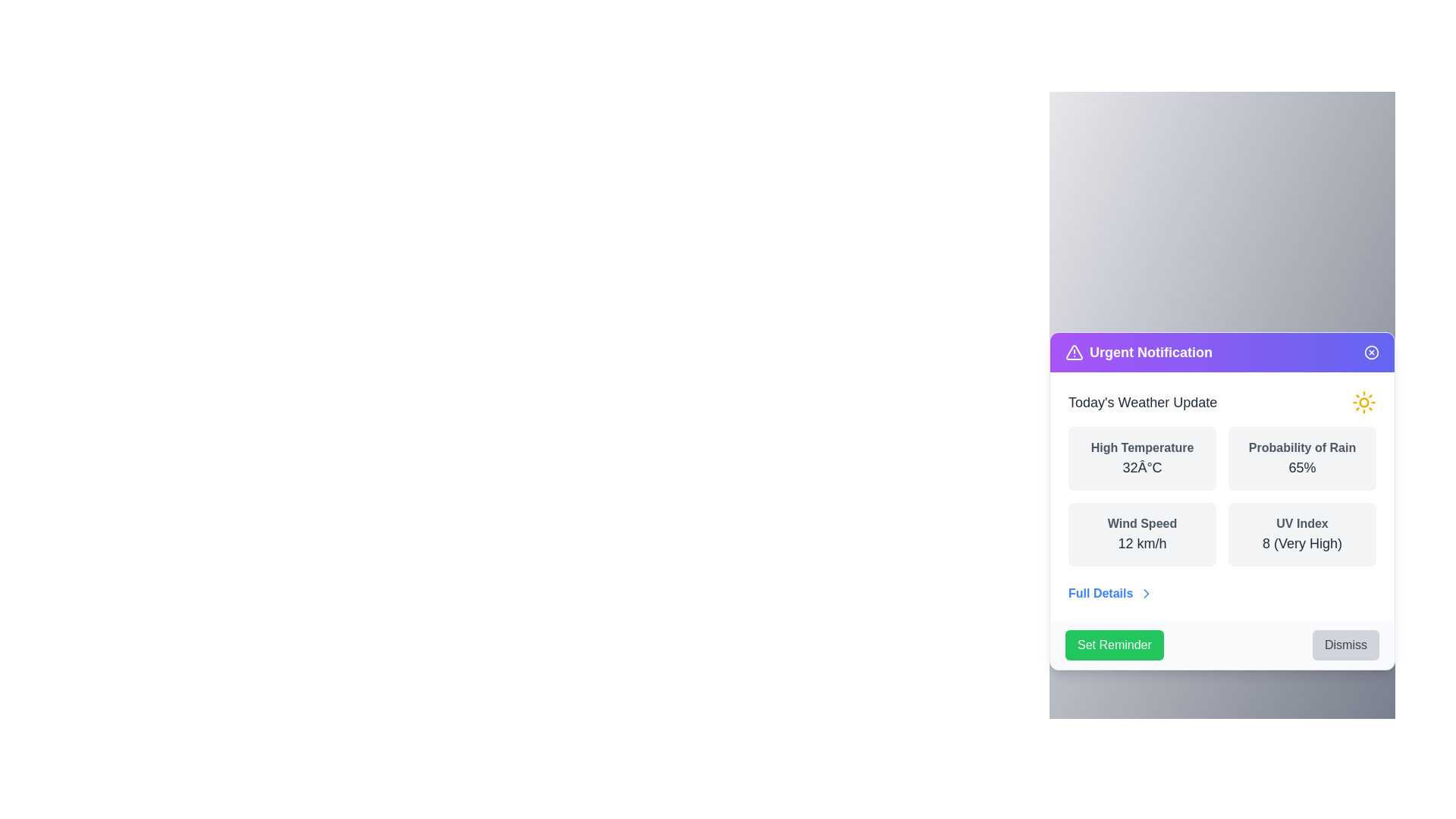  I want to click on bold, gray text label displaying 'High Temperature' located in the upper-left corner of the weather update panel, so click(1142, 447).